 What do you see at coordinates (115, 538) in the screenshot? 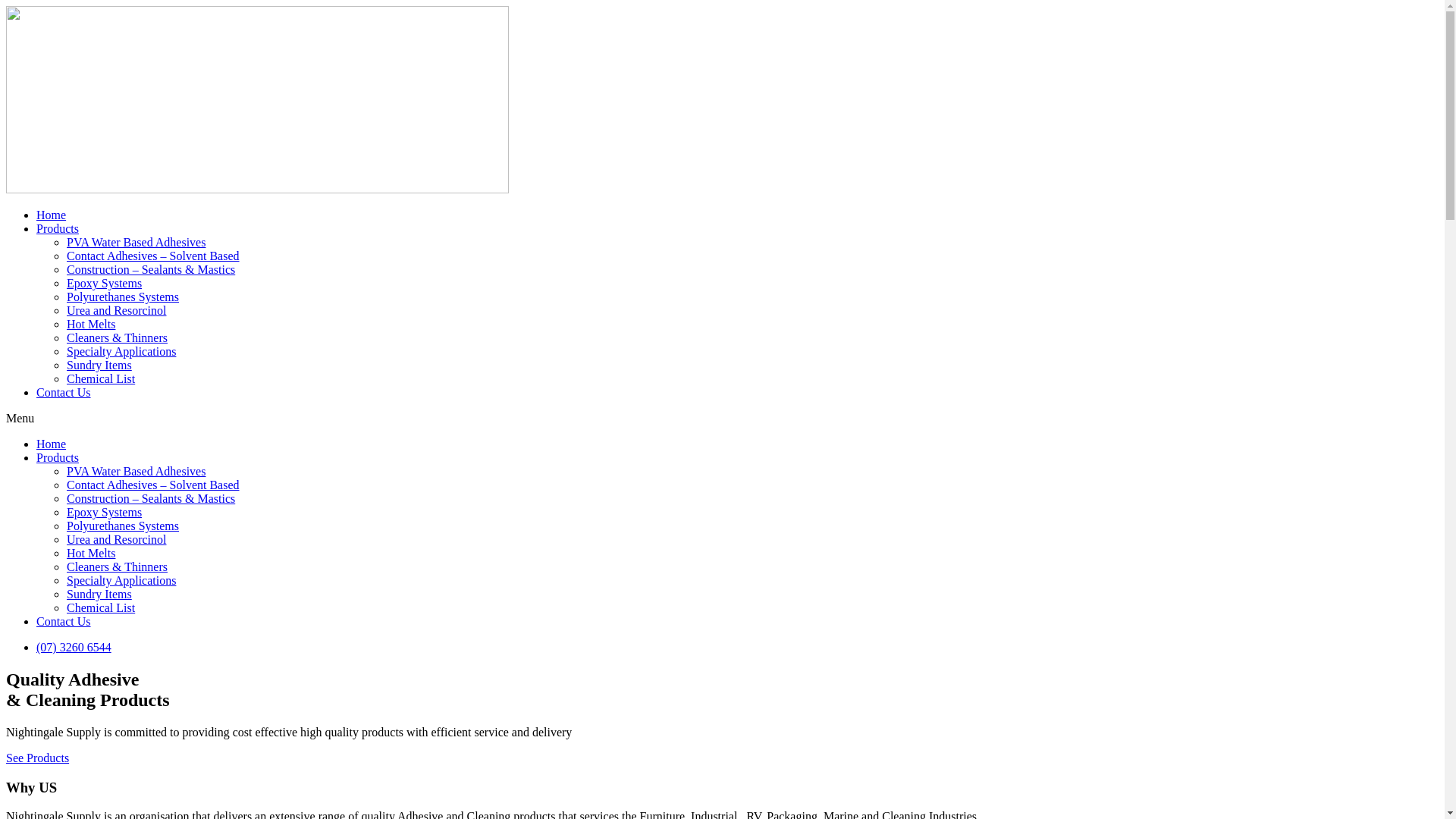
I see `'Urea and Resorcinol'` at bounding box center [115, 538].